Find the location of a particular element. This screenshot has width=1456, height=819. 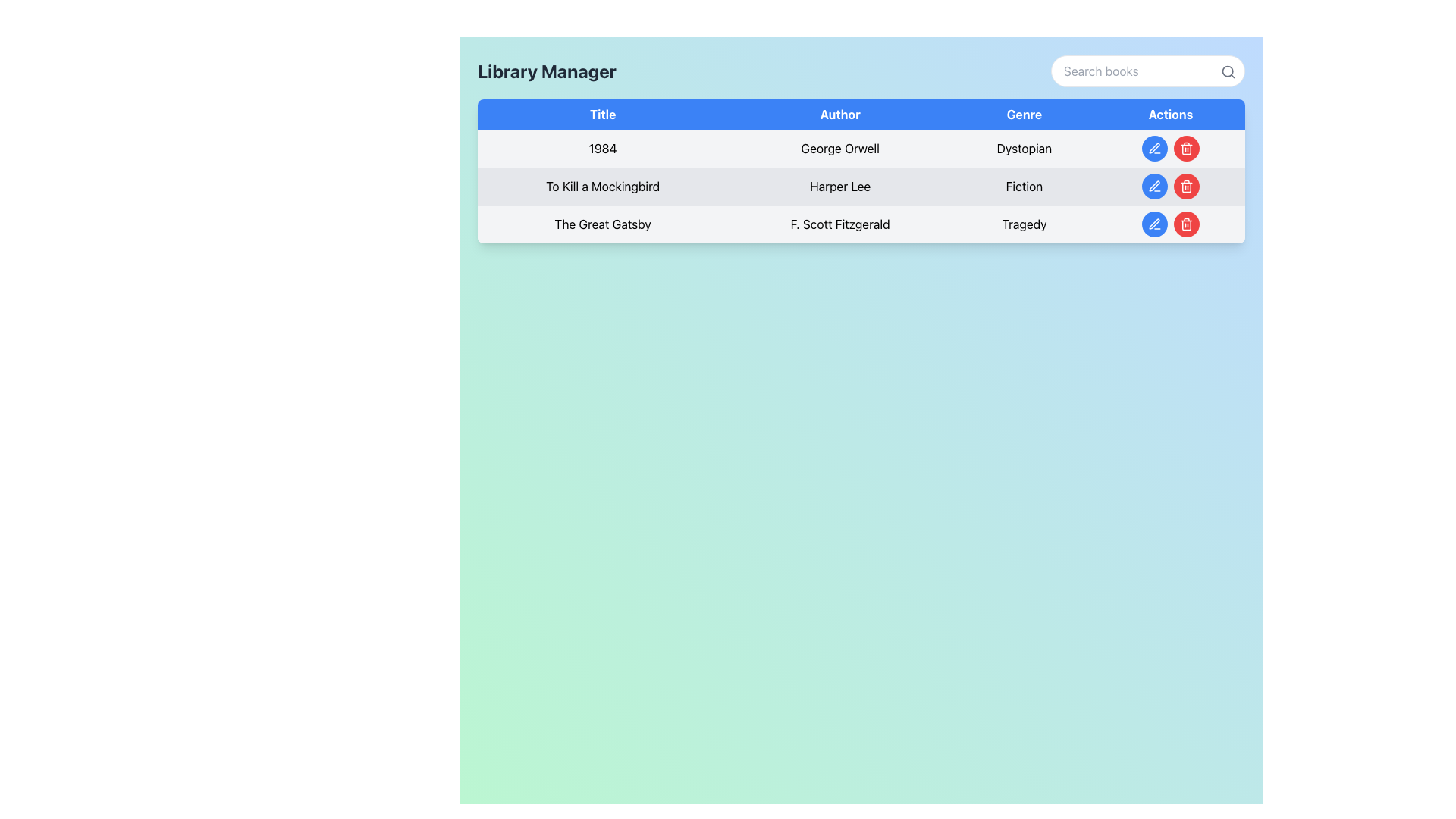

the delete button icon in the 'Actions' section of the row for 'The Great Gatsby' is located at coordinates (1185, 224).